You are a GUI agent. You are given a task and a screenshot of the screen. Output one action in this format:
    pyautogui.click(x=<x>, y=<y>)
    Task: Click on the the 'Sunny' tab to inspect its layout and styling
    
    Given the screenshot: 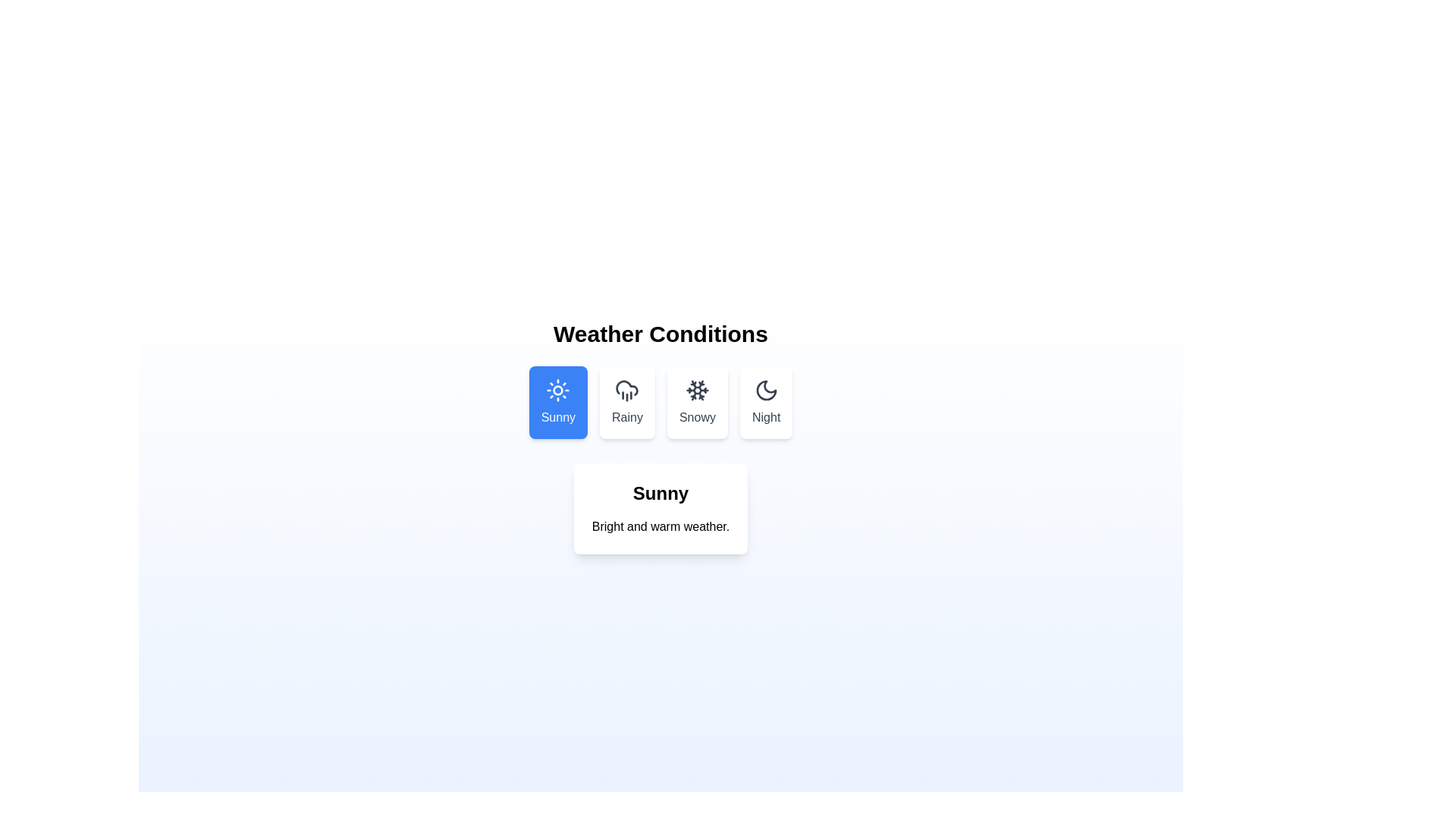 What is the action you would take?
    pyautogui.click(x=557, y=402)
    